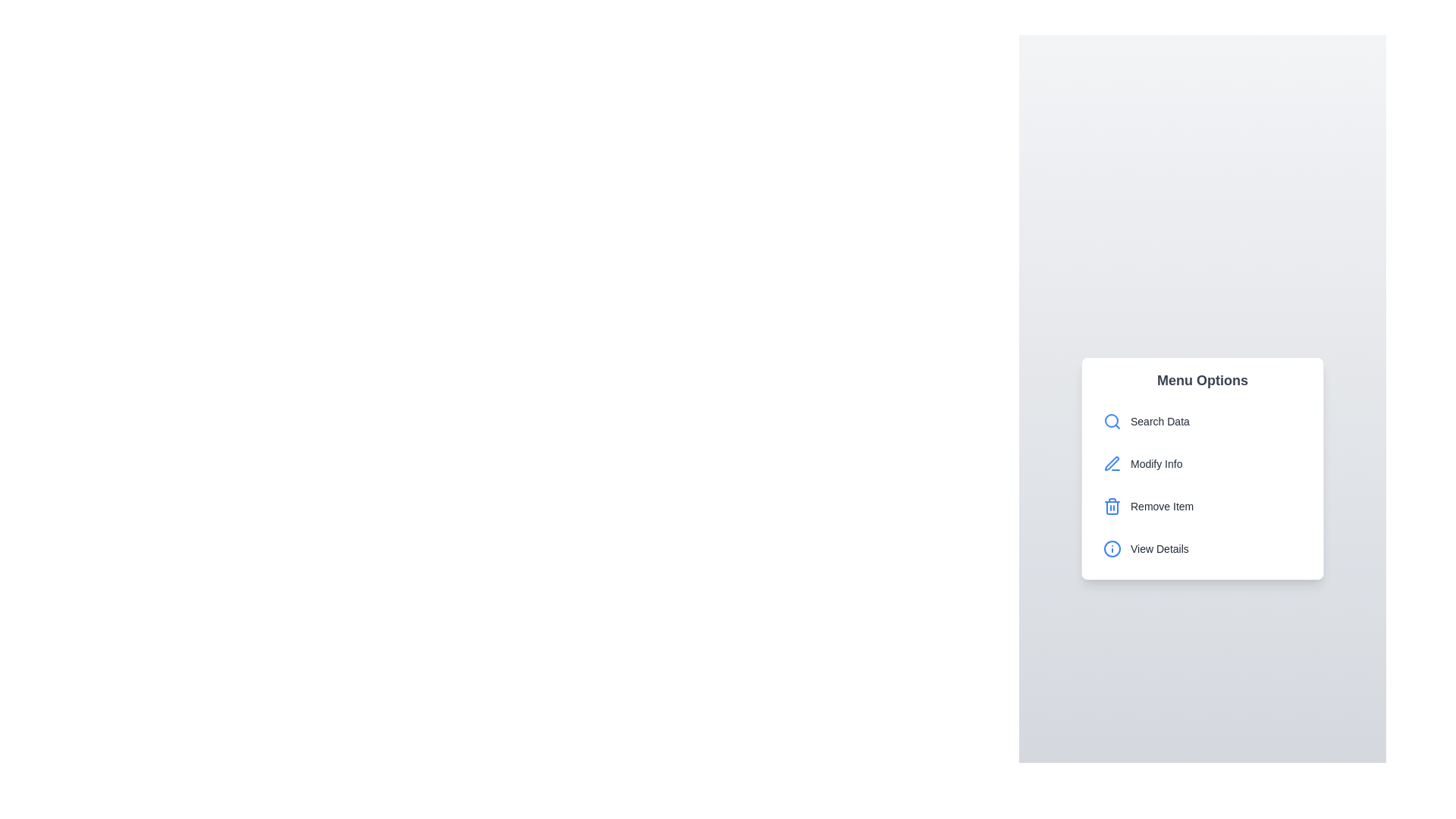 Image resolution: width=1456 pixels, height=819 pixels. I want to click on the first menu item under the 'Menu Options' section, so click(1201, 421).